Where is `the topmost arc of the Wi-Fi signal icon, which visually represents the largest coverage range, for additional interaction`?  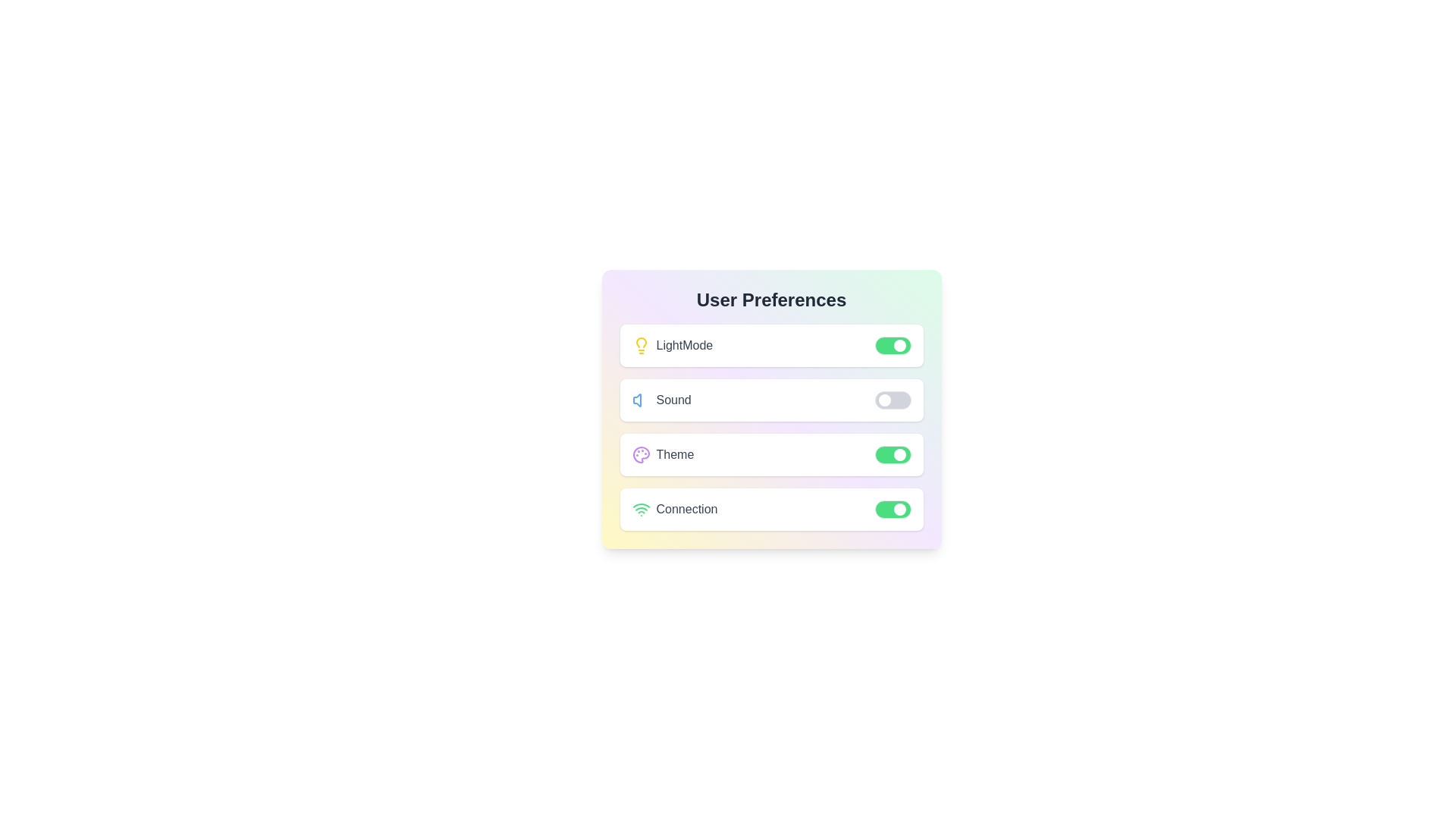 the topmost arc of the Wi-Fi signal icon, which visually represents the largest coverage range, for additional interaction is located at coordinates (641, 505).